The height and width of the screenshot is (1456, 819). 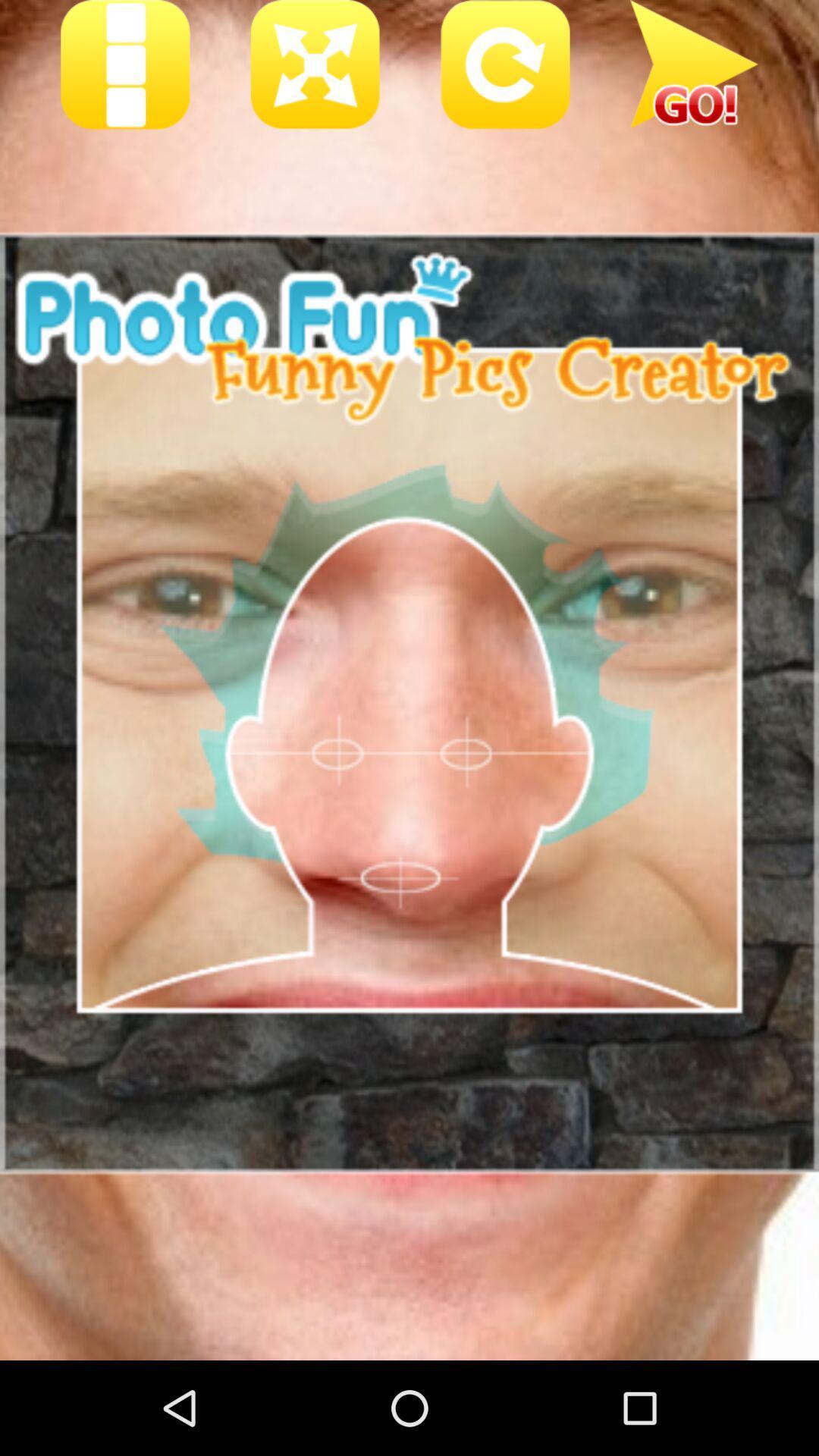 What do you see at coordinates (505, 68) in the screenshot?
I see `the refresh icon` at bounding box center [505, 68].